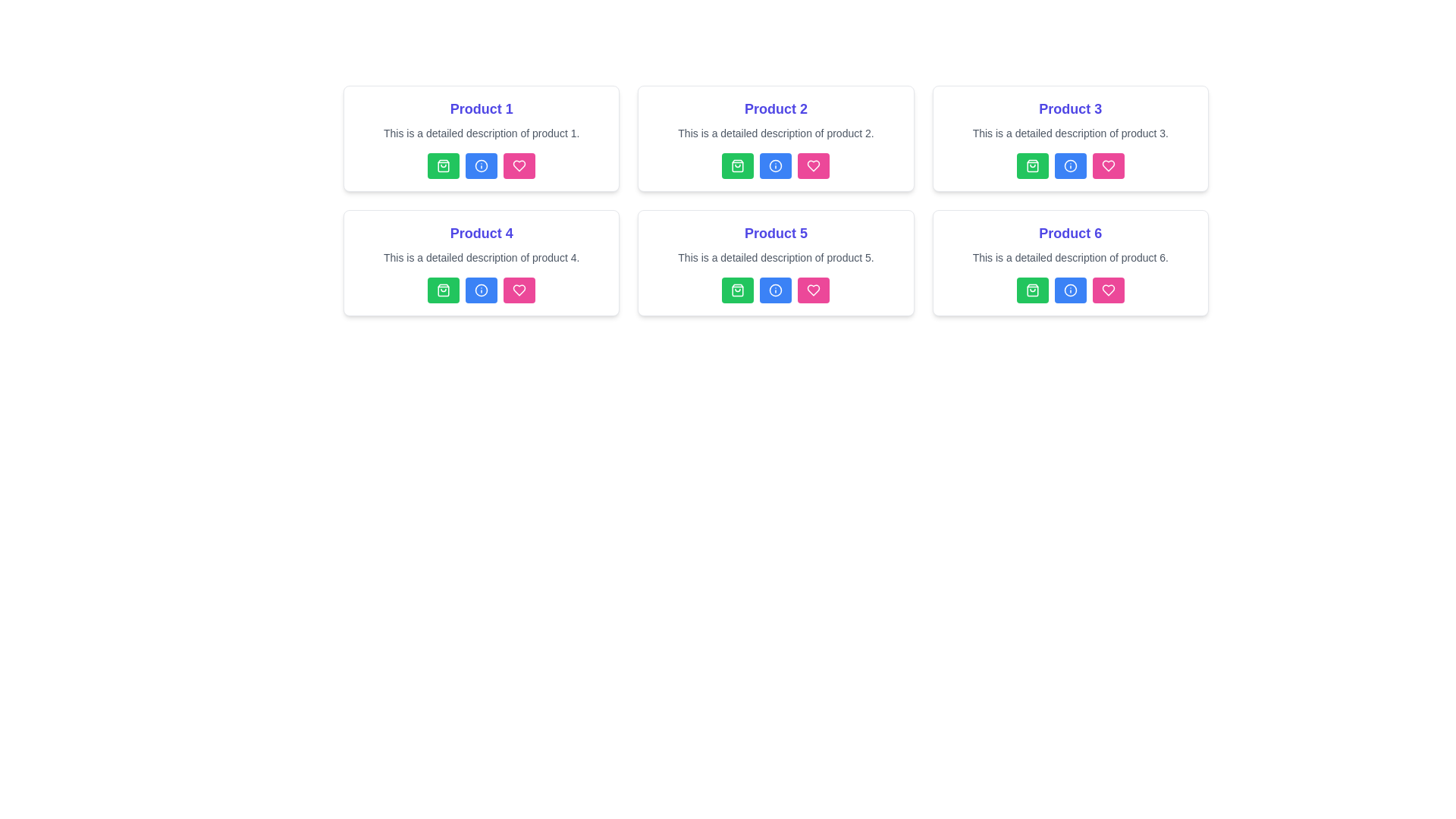 The width and height of the screenshot is (1456, 819). Describe the element at coordinates (519, 166) in the screenshot. I see `the 'favorite' icon button located as the third icon in the row of three within the card labeled 'Product 4'` at that location.